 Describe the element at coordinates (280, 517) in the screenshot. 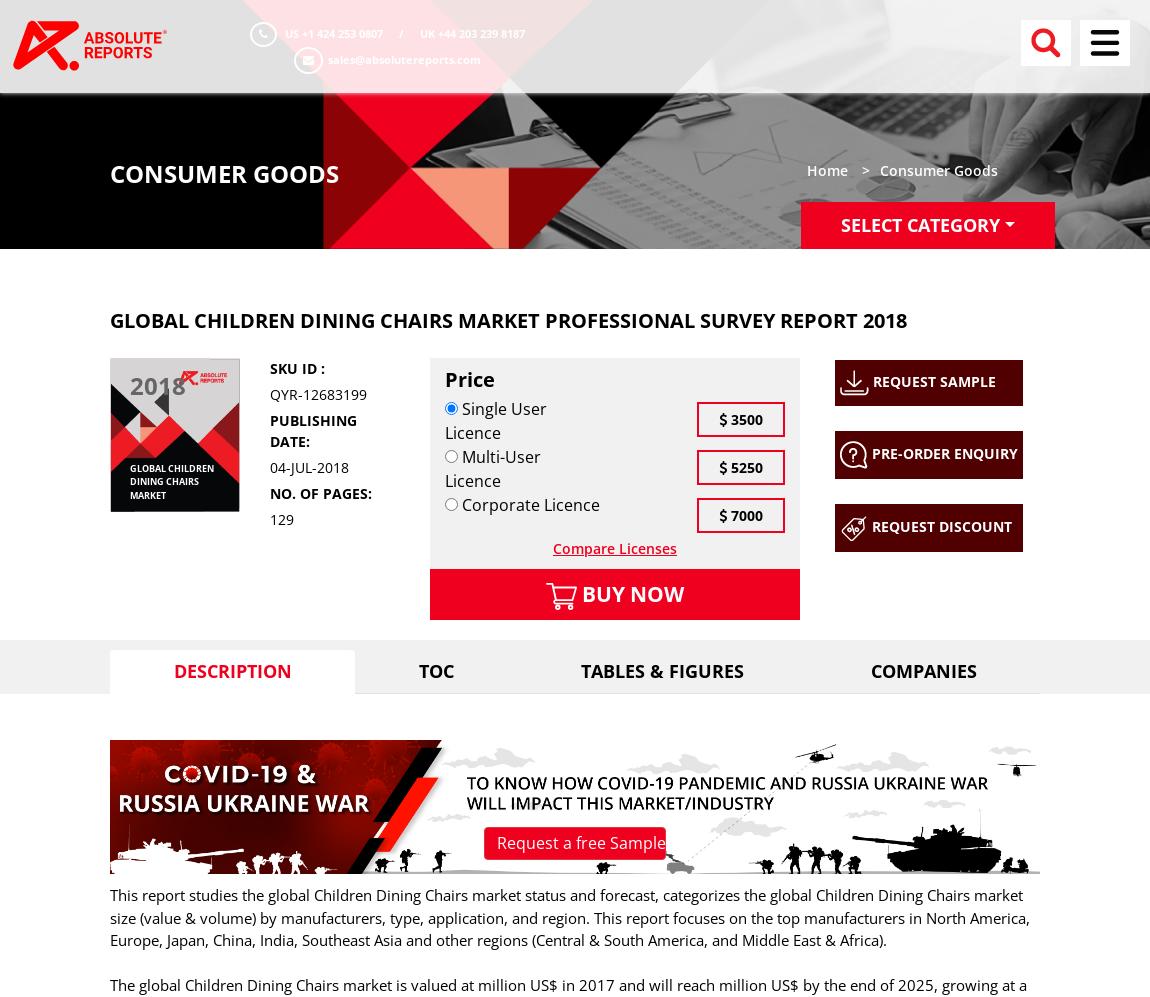

I see `'129'` at that location.